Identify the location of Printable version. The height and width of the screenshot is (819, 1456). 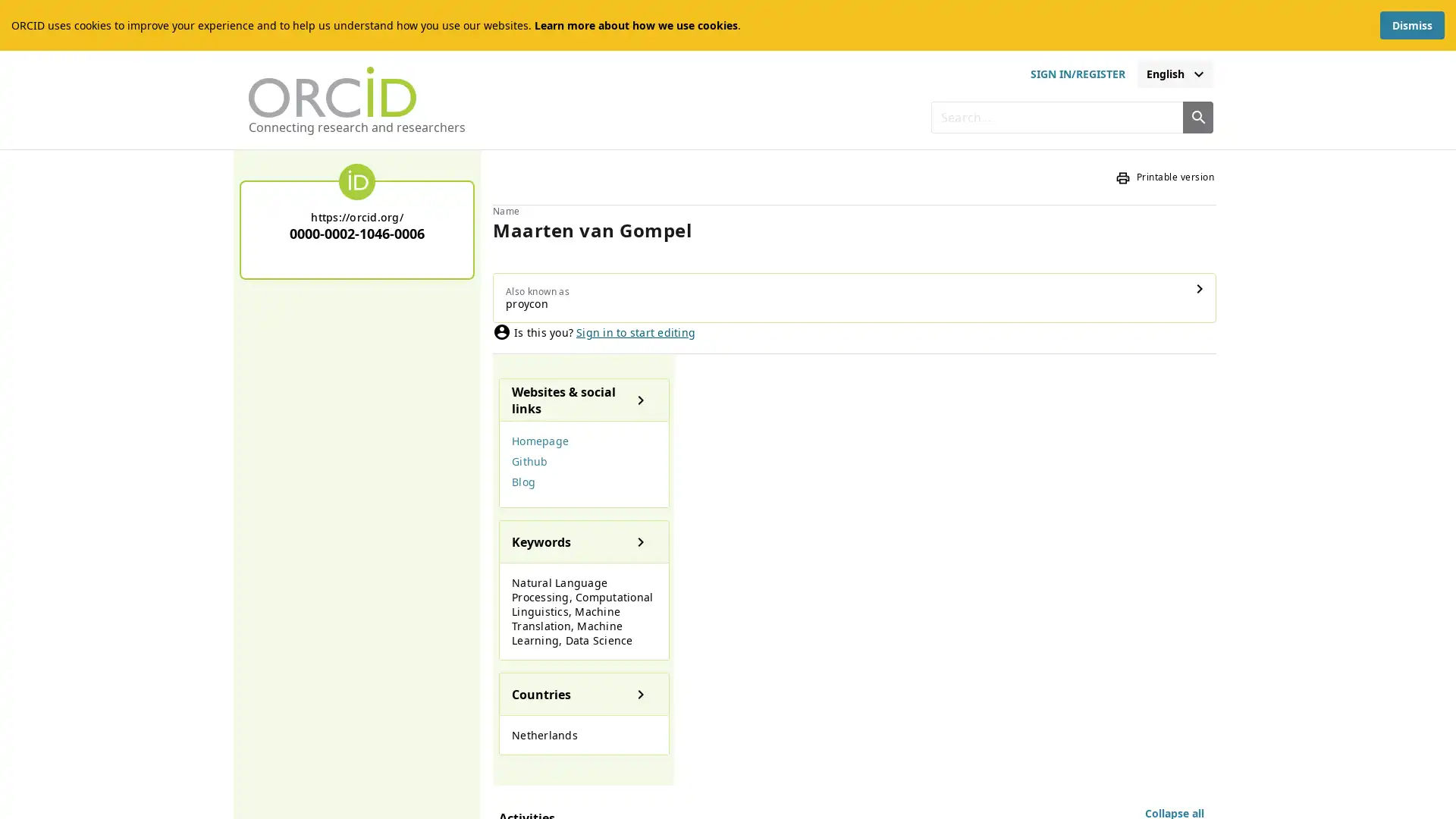
(1164, 177).